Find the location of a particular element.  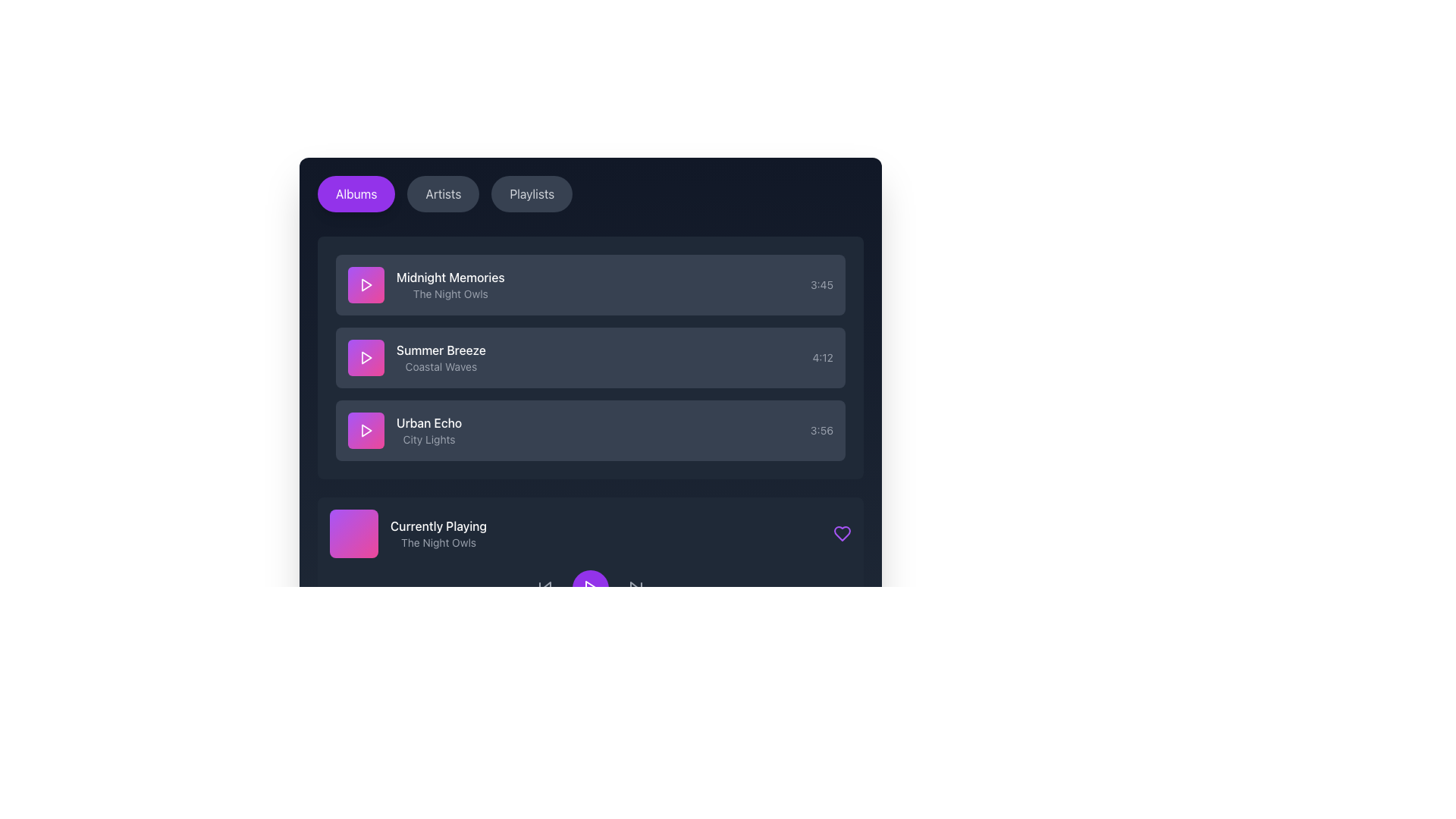

the play button for 'Midnight Memories' is located at coordinates (366, 284).